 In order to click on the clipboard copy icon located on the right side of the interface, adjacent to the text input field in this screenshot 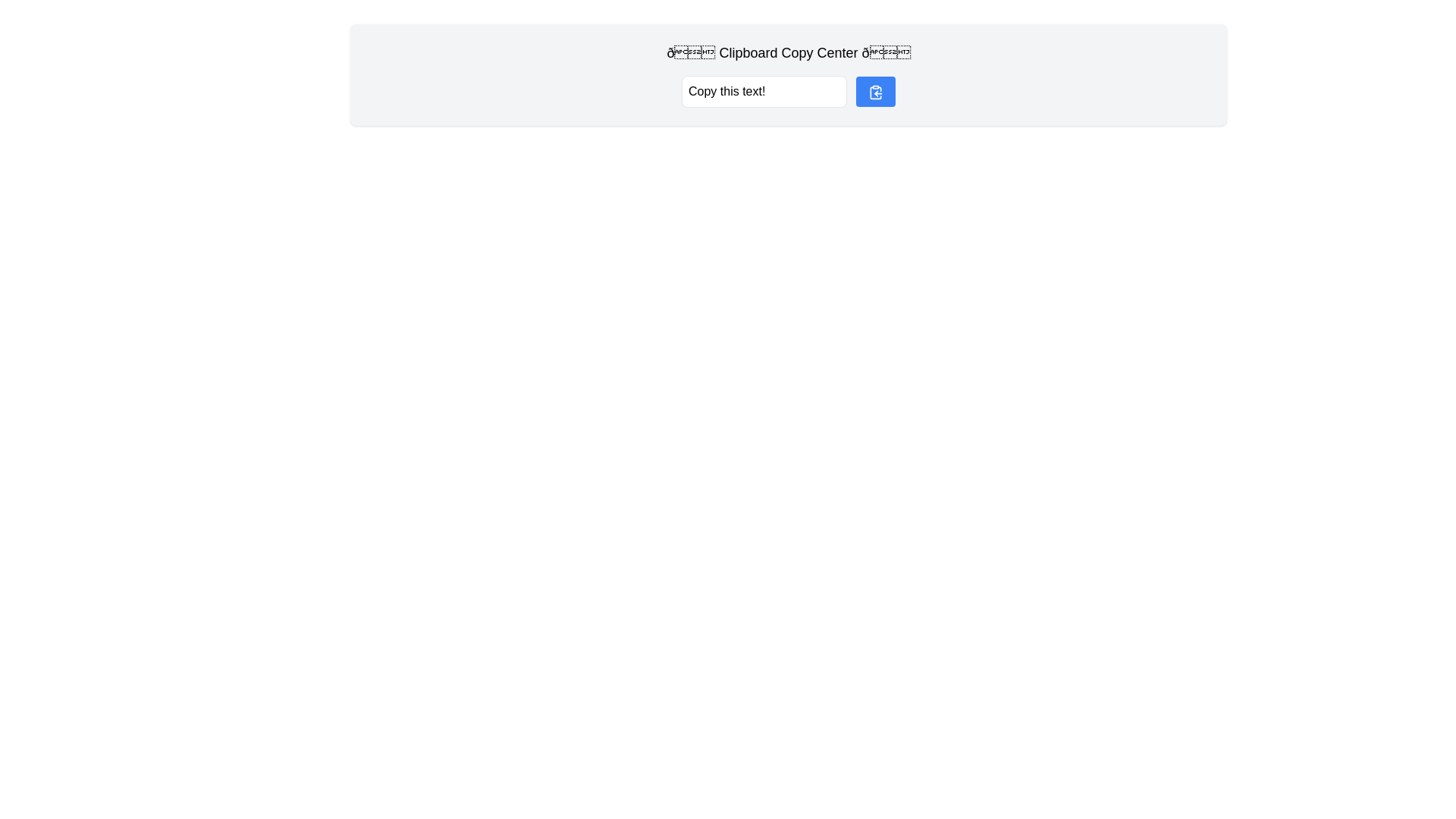, I will do `click(876, 91)`.